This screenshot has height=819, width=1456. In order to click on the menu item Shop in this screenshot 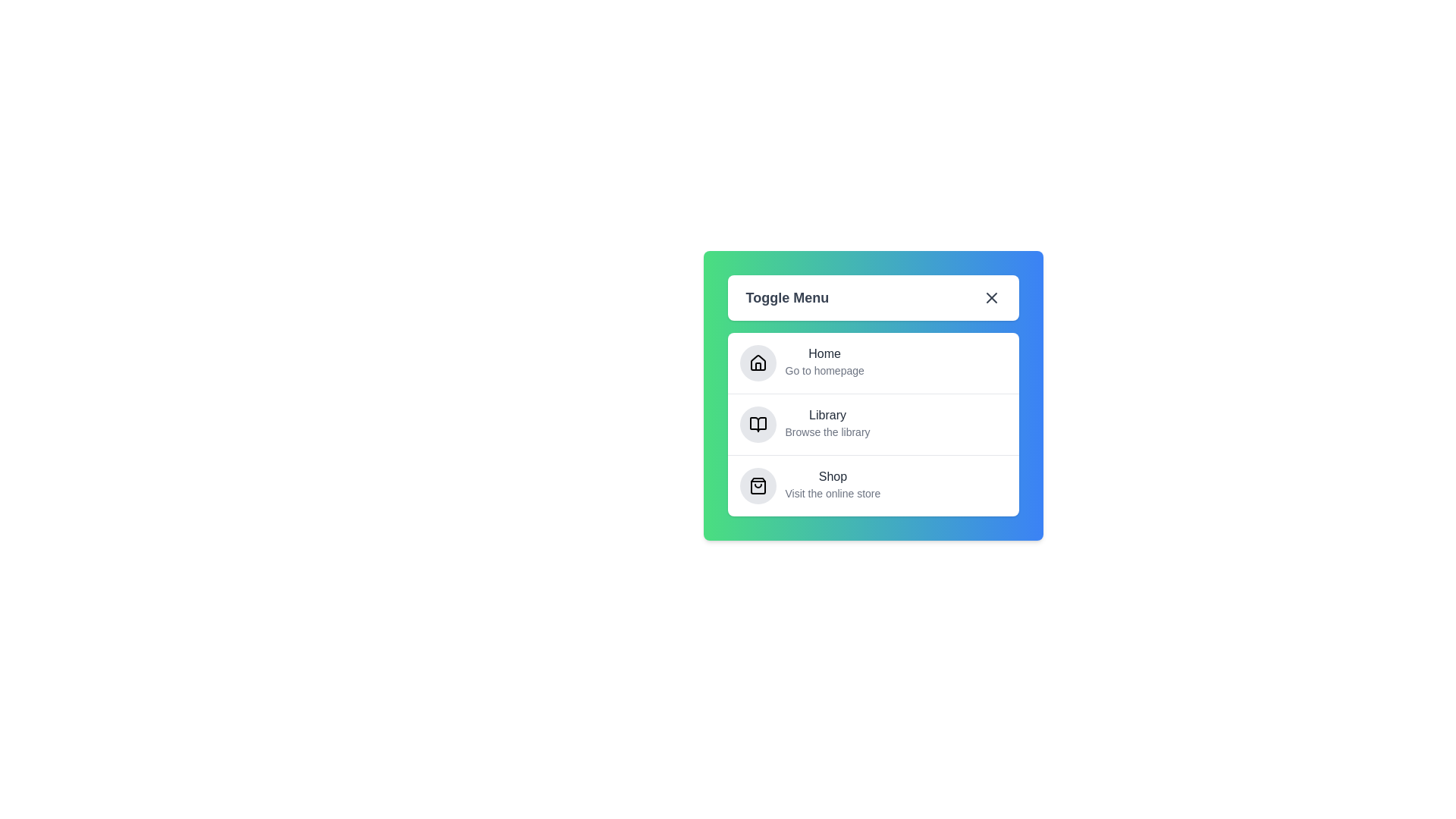, I will do `click(832, 475)`.